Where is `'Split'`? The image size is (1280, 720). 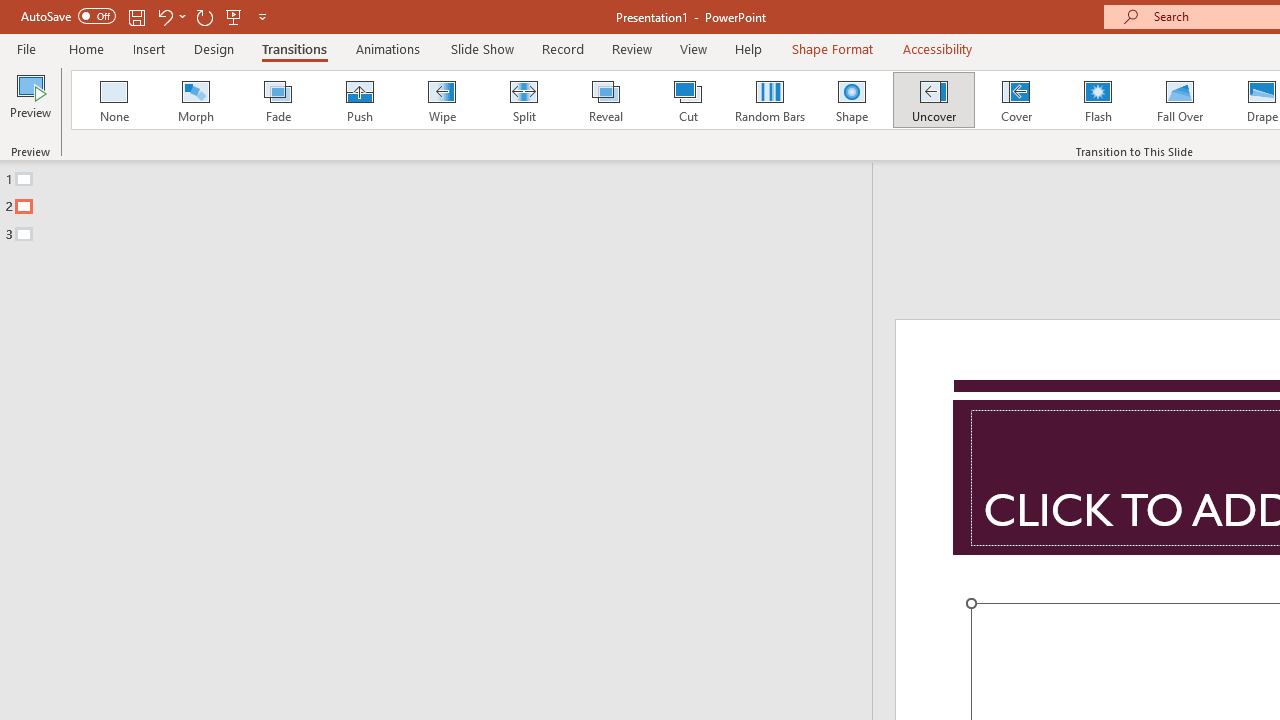
'Split' is located at coordinates (523, 100).